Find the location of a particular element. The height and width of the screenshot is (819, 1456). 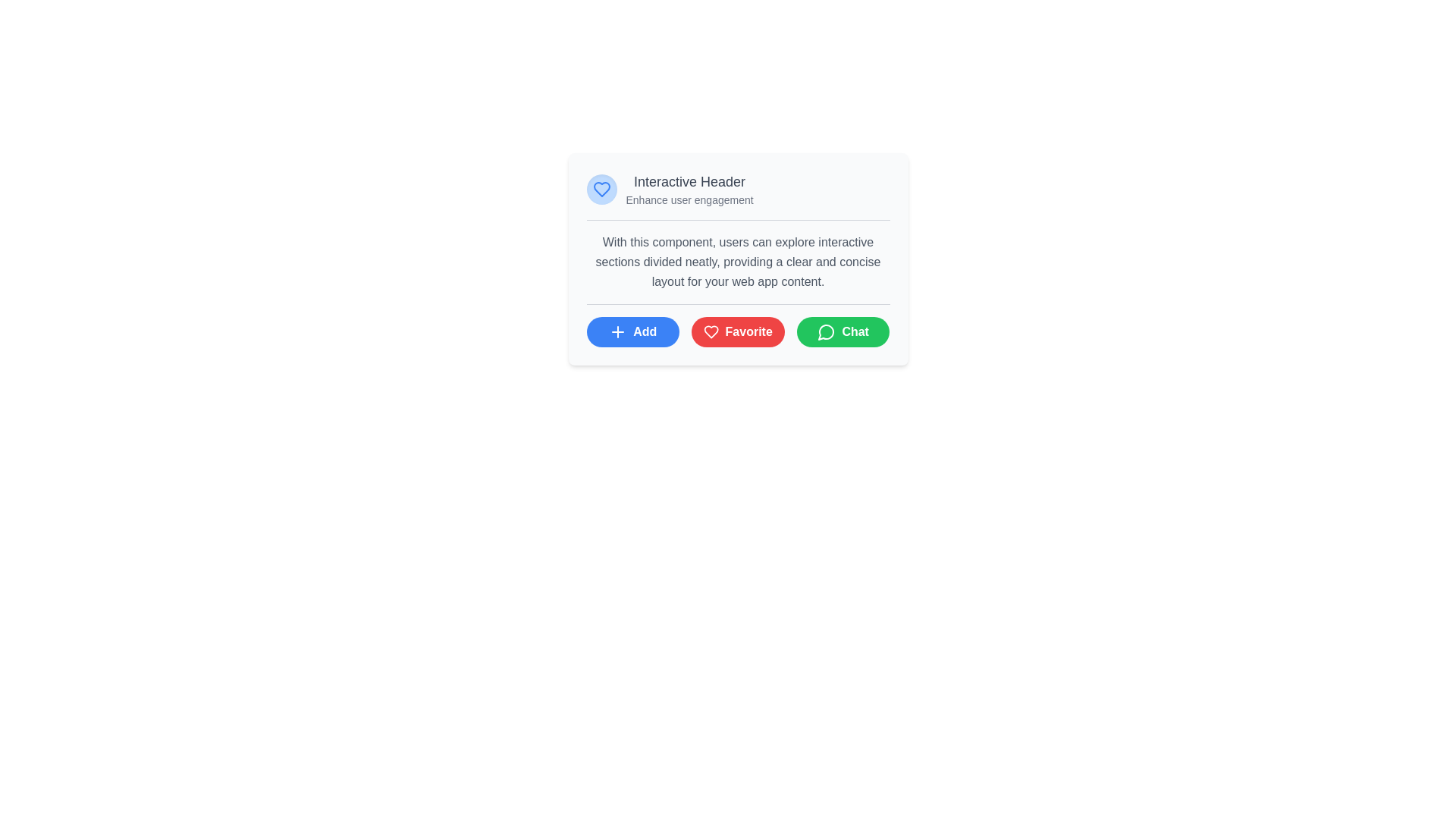

the text block that serves as a descriptive header, containing a title and subtitle, located to the right of a circular heart icon is located at coordinates (689, 189).